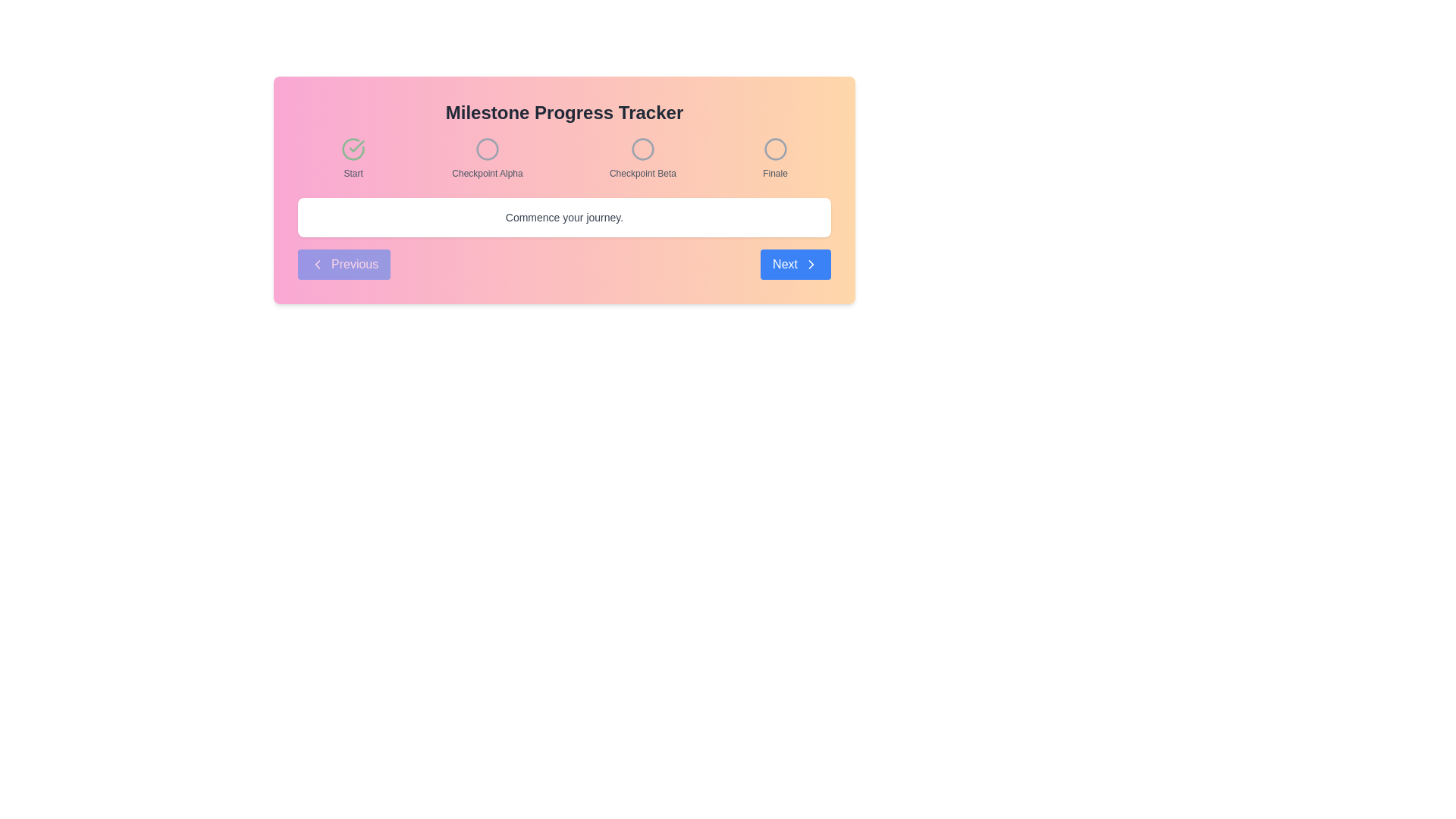 The image size is (1456, 819). What do you see at coordinates (775, 149) in the screenshot?
I see `the milestone icon labeled 'Finale,' which is the fourth element in a horizontal sequence of milestone indicators at the center-top of the card` at bounding box center [775, 149].